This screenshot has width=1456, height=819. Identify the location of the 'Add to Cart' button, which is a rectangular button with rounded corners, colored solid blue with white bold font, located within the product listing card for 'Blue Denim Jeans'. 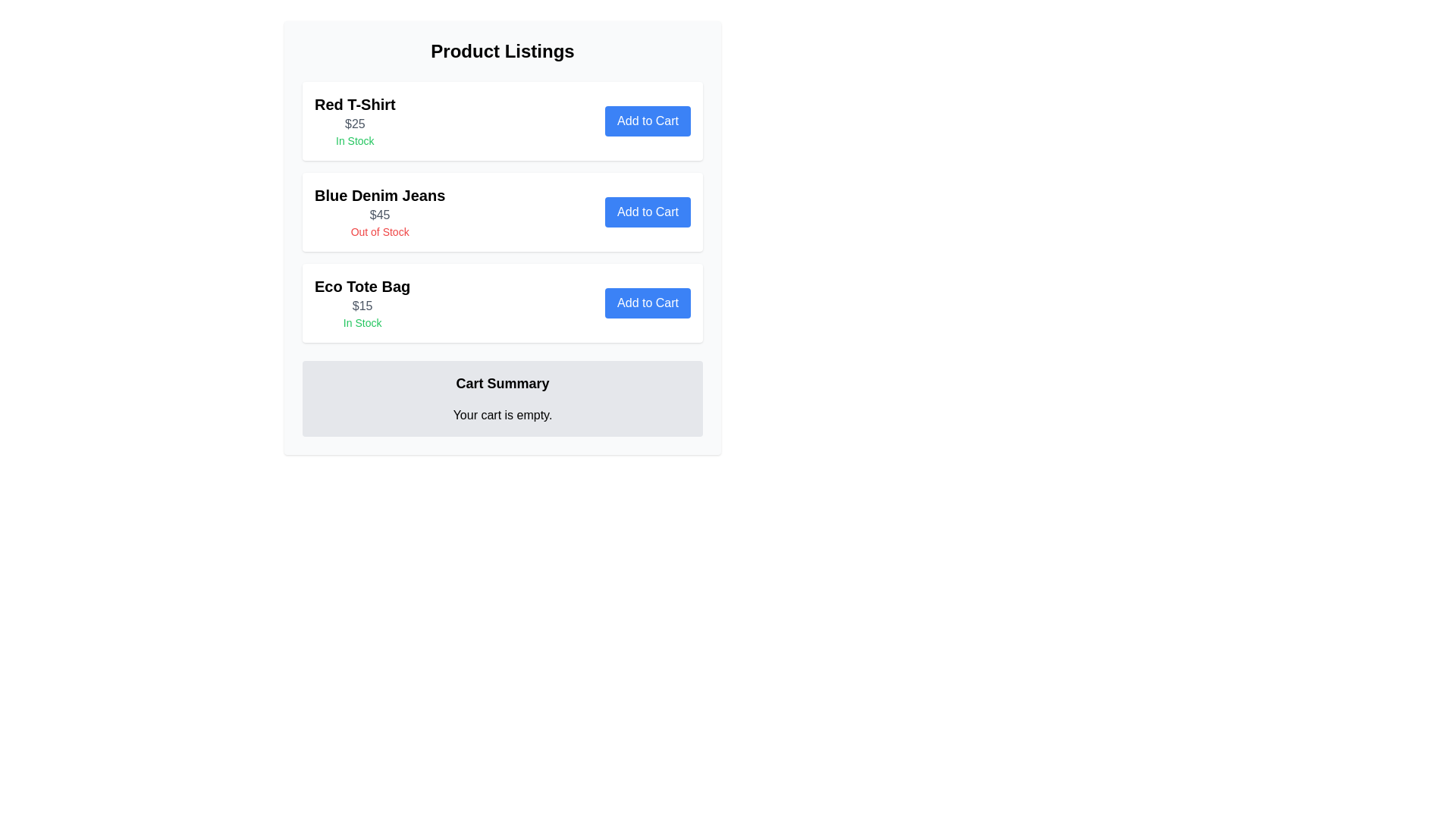
(648, 212).